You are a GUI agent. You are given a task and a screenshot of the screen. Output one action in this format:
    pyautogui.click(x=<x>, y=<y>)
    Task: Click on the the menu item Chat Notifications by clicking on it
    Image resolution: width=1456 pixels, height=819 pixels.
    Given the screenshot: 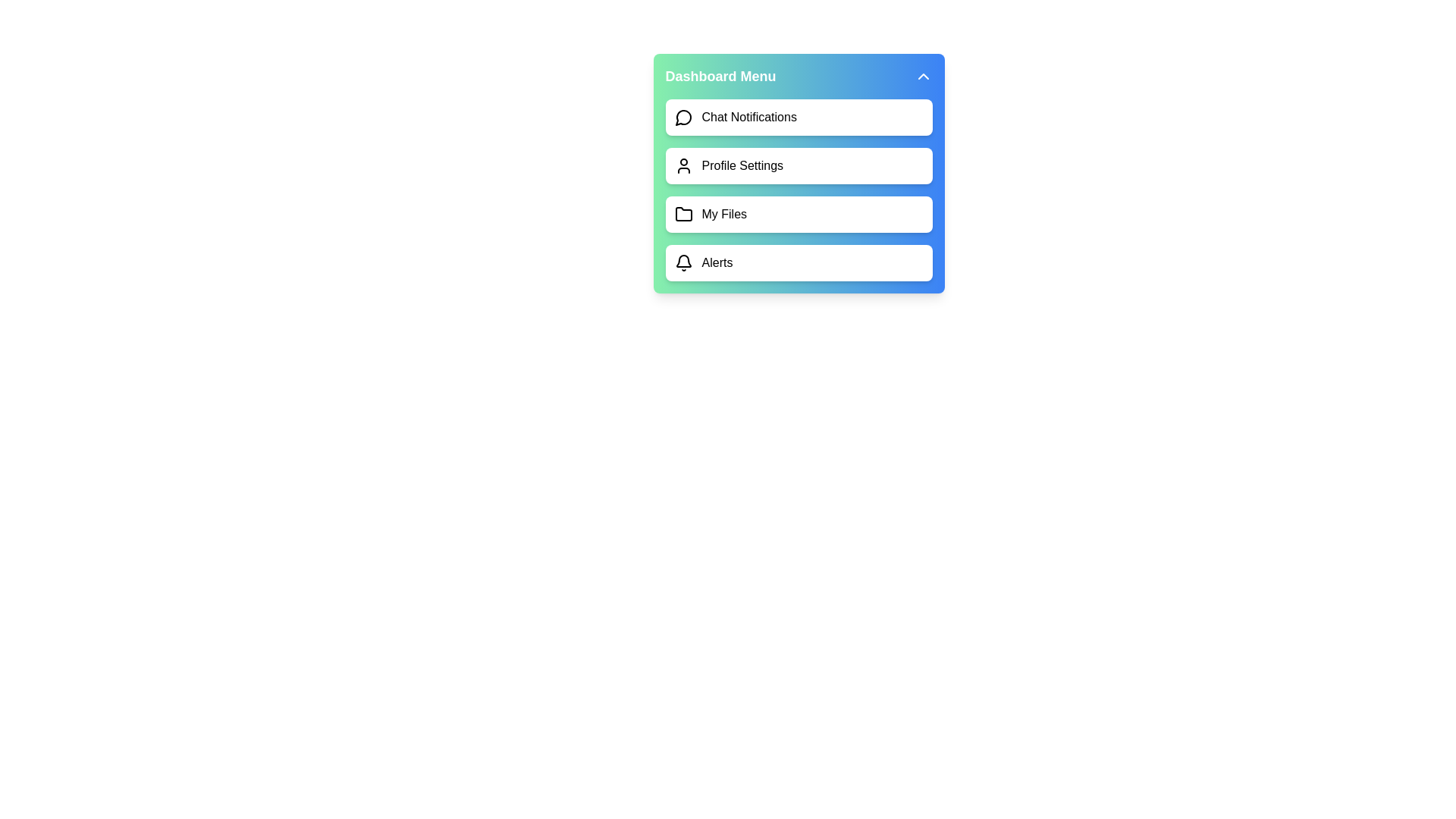 What is the action you would take?
    pyautogui.click(x=798, y=116)
    